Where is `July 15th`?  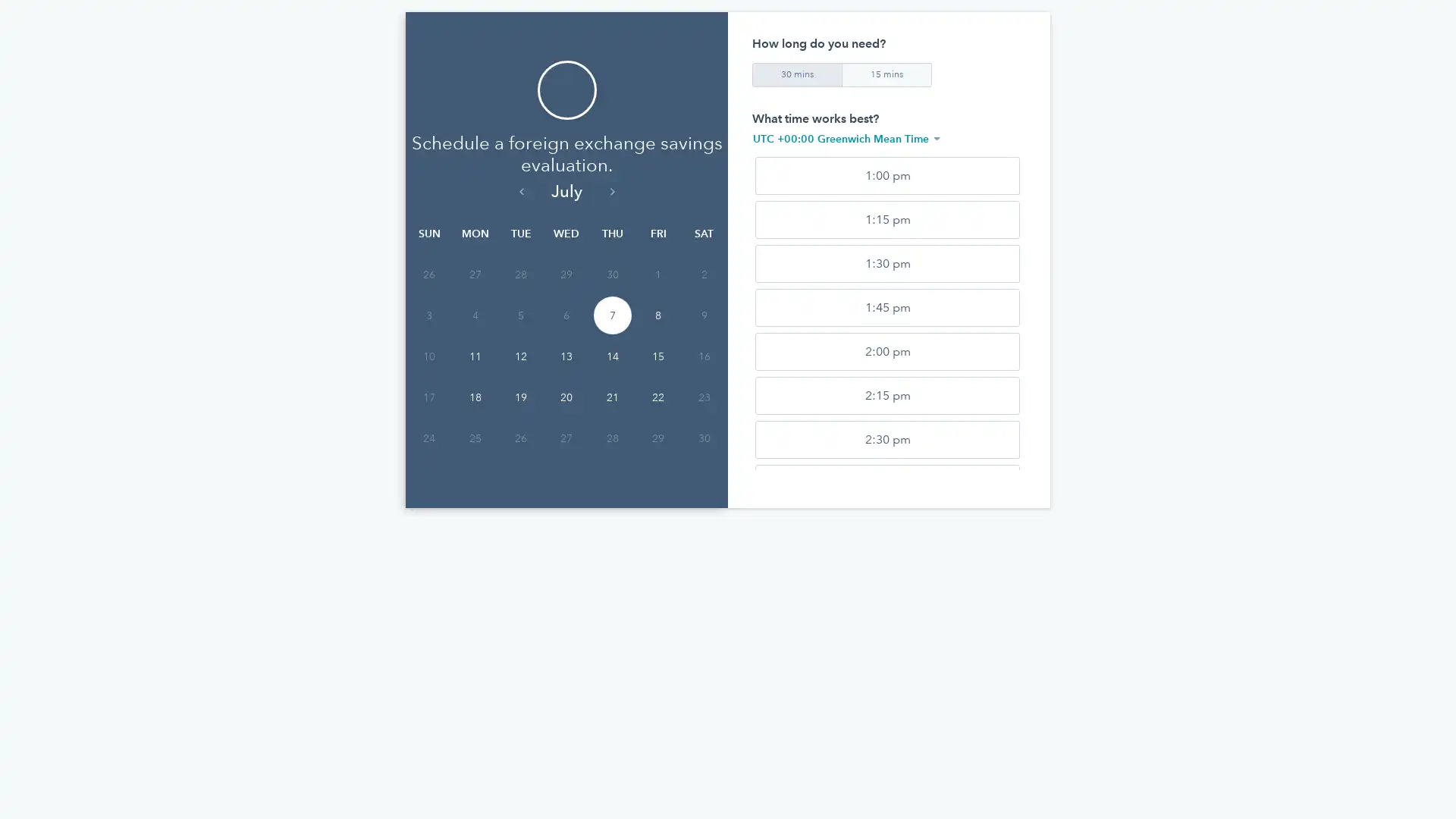 July 15th is located at coordinates (658, 356).